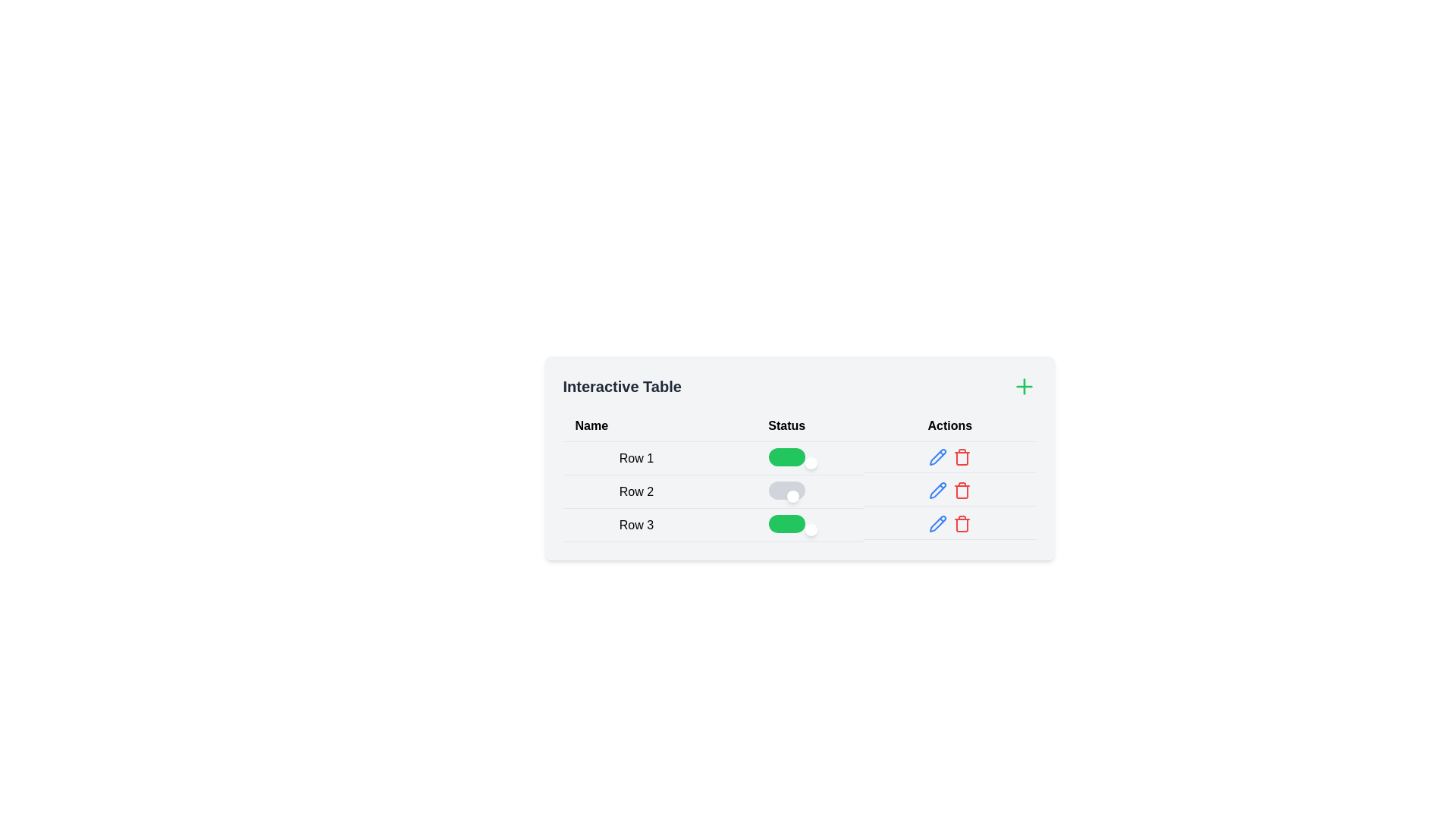  What do you see at coordinates (937, 456) in the screenshot?
I see `the pencil icon with a blue outline located in the second row of the 'Actions' column, which is the first icon in the set` at bounding box center [937, 456].